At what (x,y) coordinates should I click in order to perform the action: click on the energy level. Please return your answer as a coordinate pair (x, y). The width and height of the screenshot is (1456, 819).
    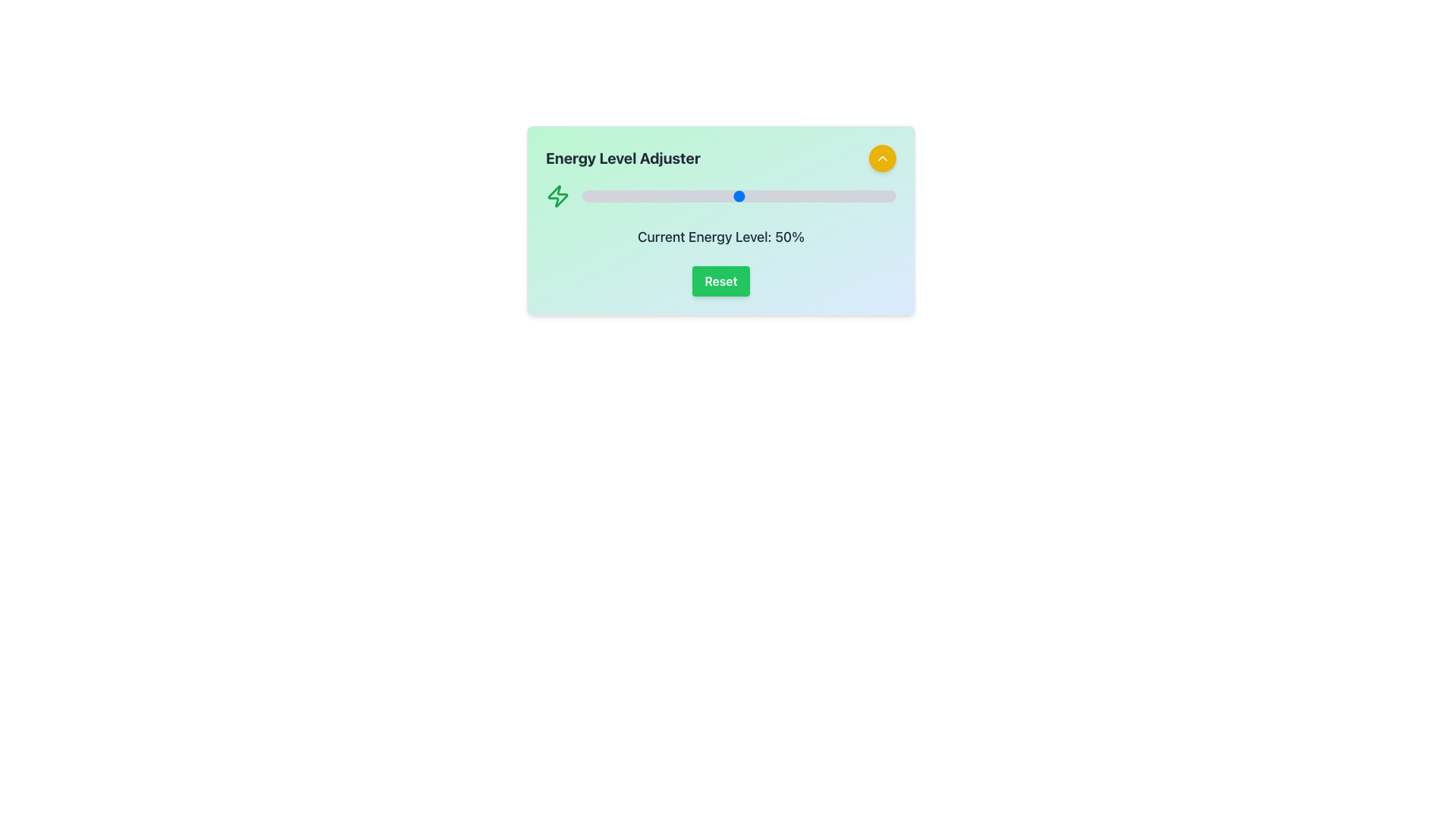
    Looking at the image, I should click on (607, 195).